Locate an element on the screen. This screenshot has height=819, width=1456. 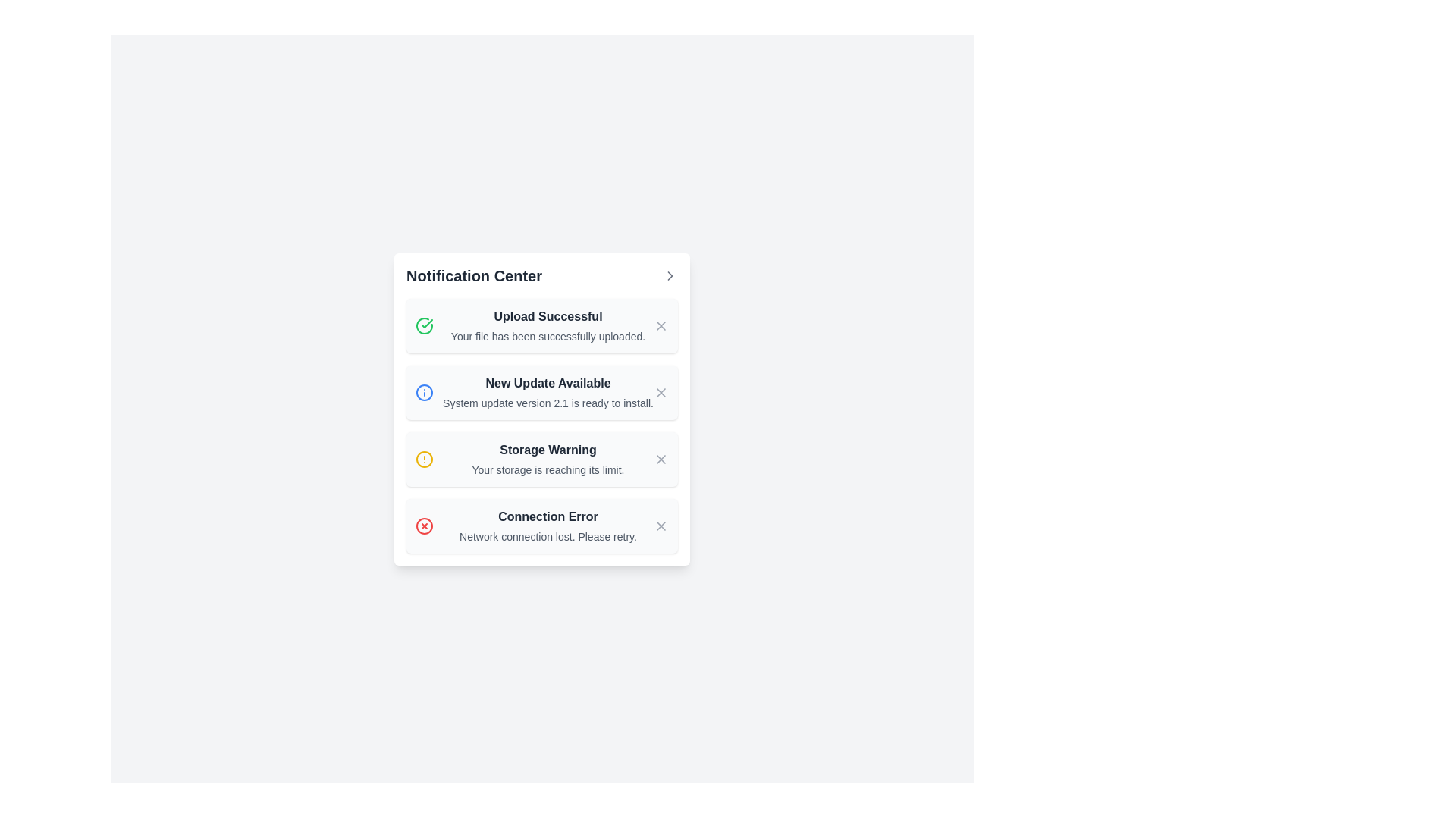
the decorative warning icon styled as a circular outline enclosing an exclamation mark, which is part of the third notification entry under 'Notification Center' indicating a storage warning is located at coordinates (425, 458).